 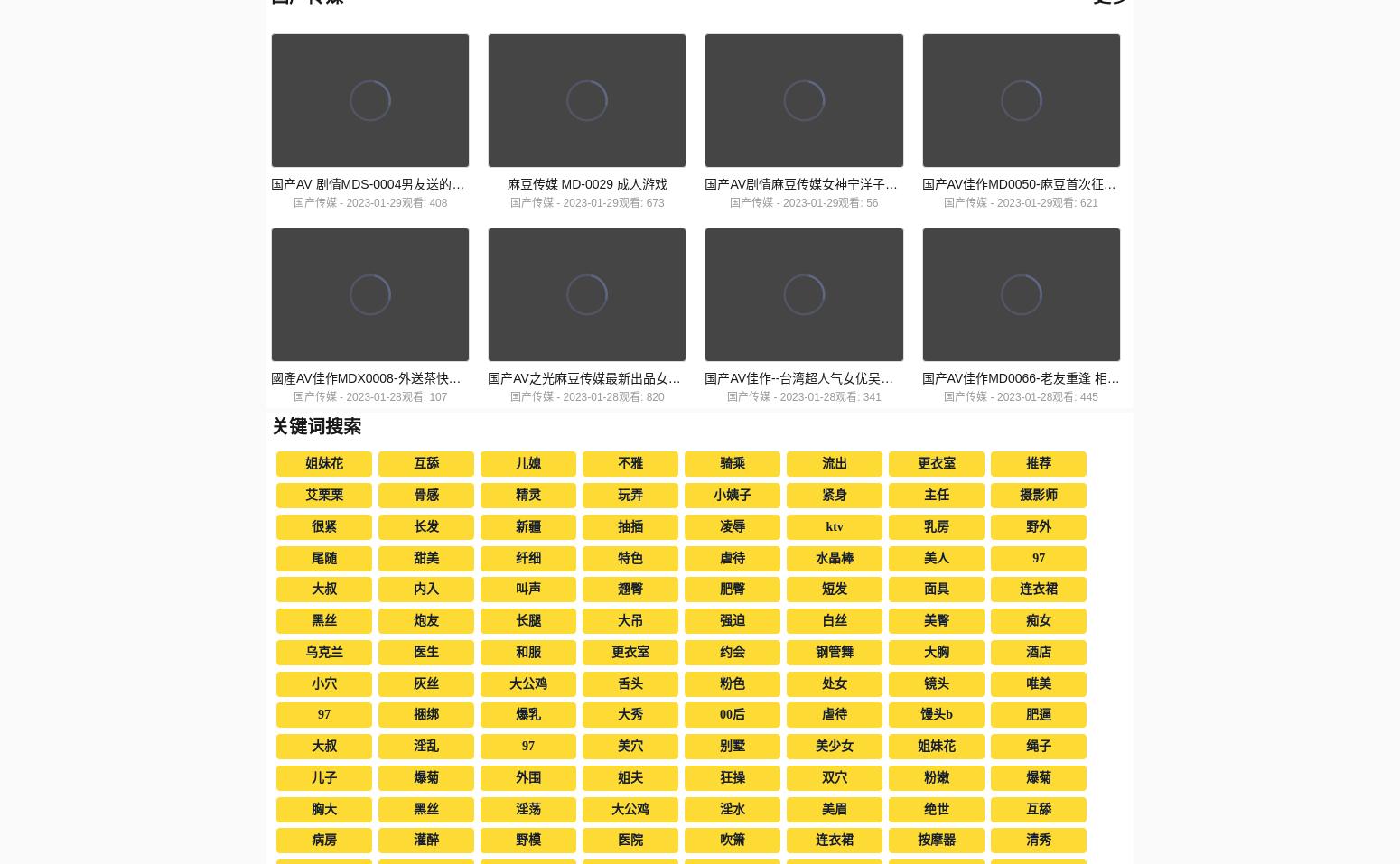 What do you see at coordinates (1078, 376) in the screenshot?
I see `'国产AV佳作MD0066-老友重逢 相干恨晚 淫声浪叫一整晚'` at bounding box center [1078, 376].